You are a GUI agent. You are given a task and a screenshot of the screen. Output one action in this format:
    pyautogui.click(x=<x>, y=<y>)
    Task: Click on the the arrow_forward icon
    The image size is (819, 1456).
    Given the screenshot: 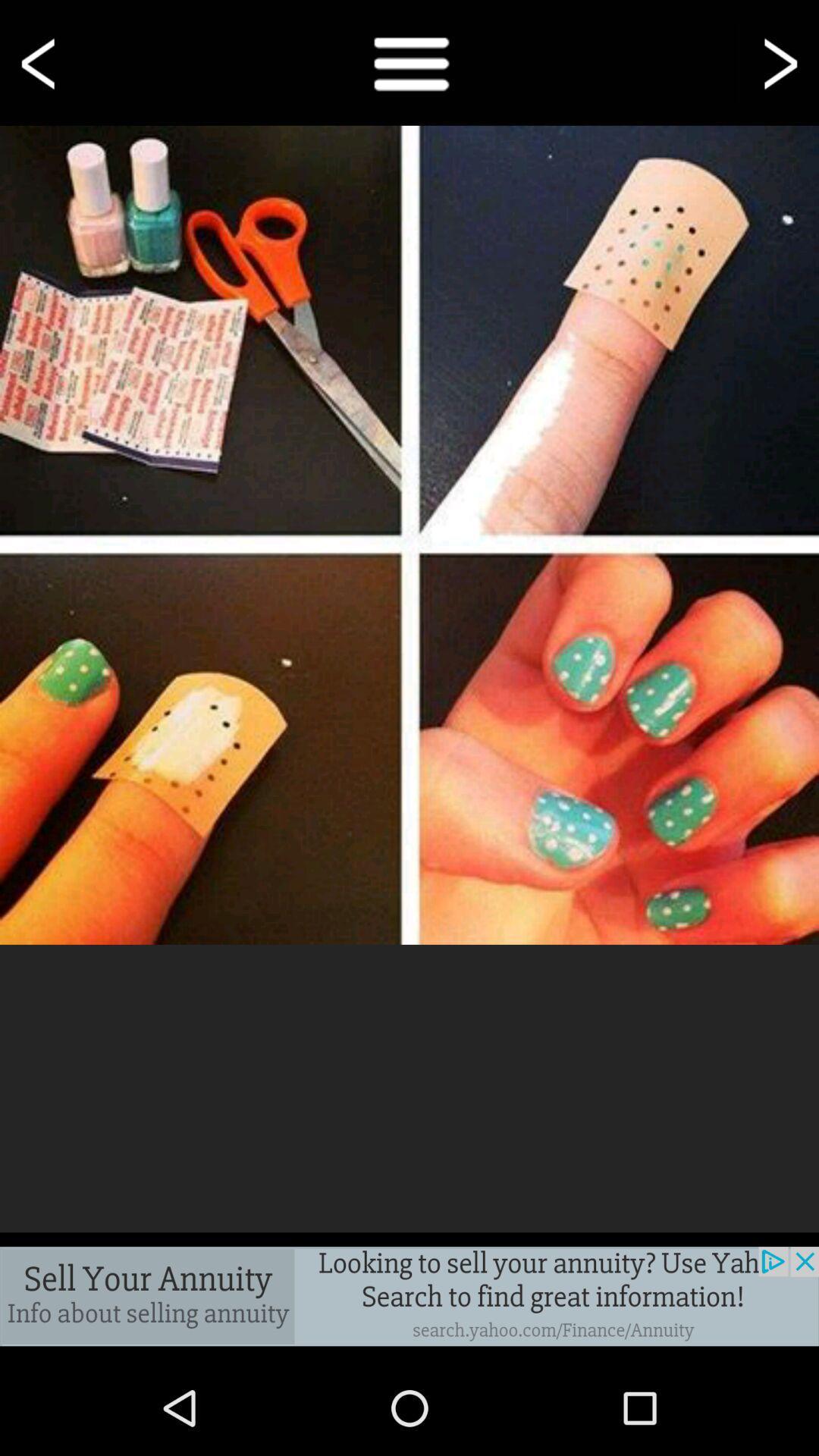 What is the action you would take?
    pyautogui.click(x=778, y=66)
    